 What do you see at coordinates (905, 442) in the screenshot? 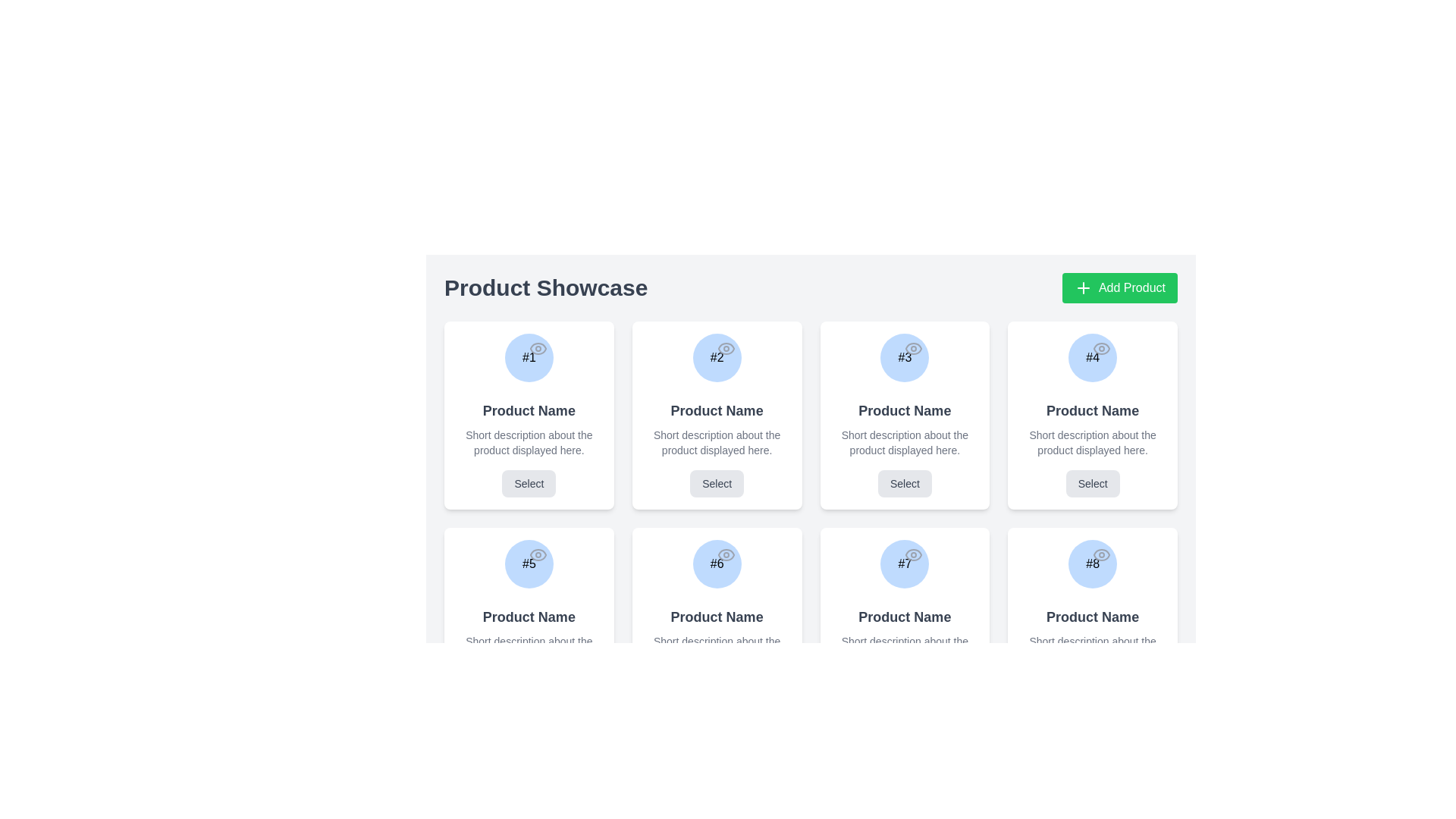
I see `the Text label that provides a brief description of the product in the third card of the first row, located centrally between the card's title and action button` at bounding box center [905, 442].